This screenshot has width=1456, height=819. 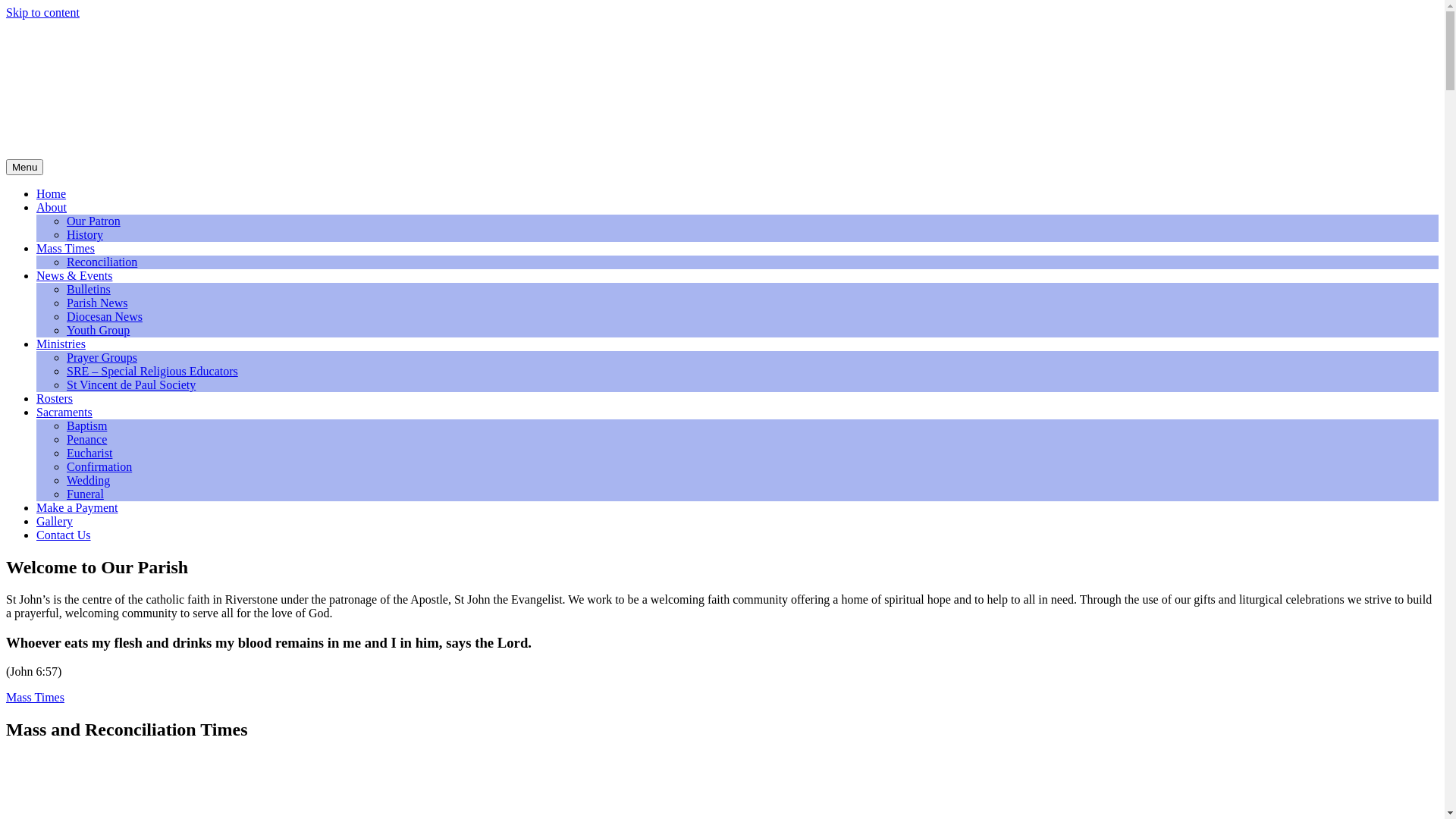 I want to click on 'Contact Us', so click(x=62, y=534).